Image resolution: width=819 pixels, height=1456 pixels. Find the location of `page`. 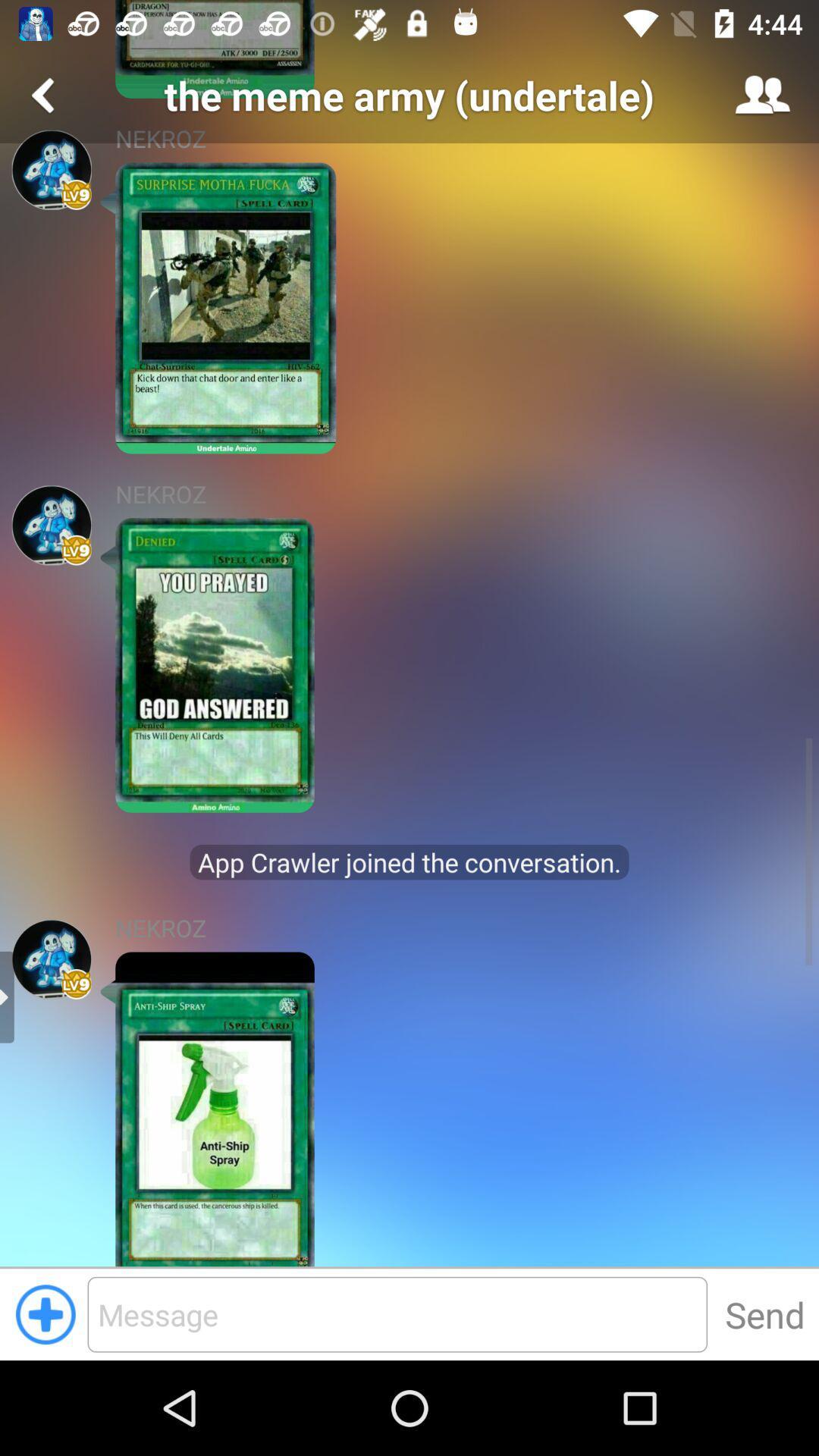

page is located at coordinates (45, 1313).